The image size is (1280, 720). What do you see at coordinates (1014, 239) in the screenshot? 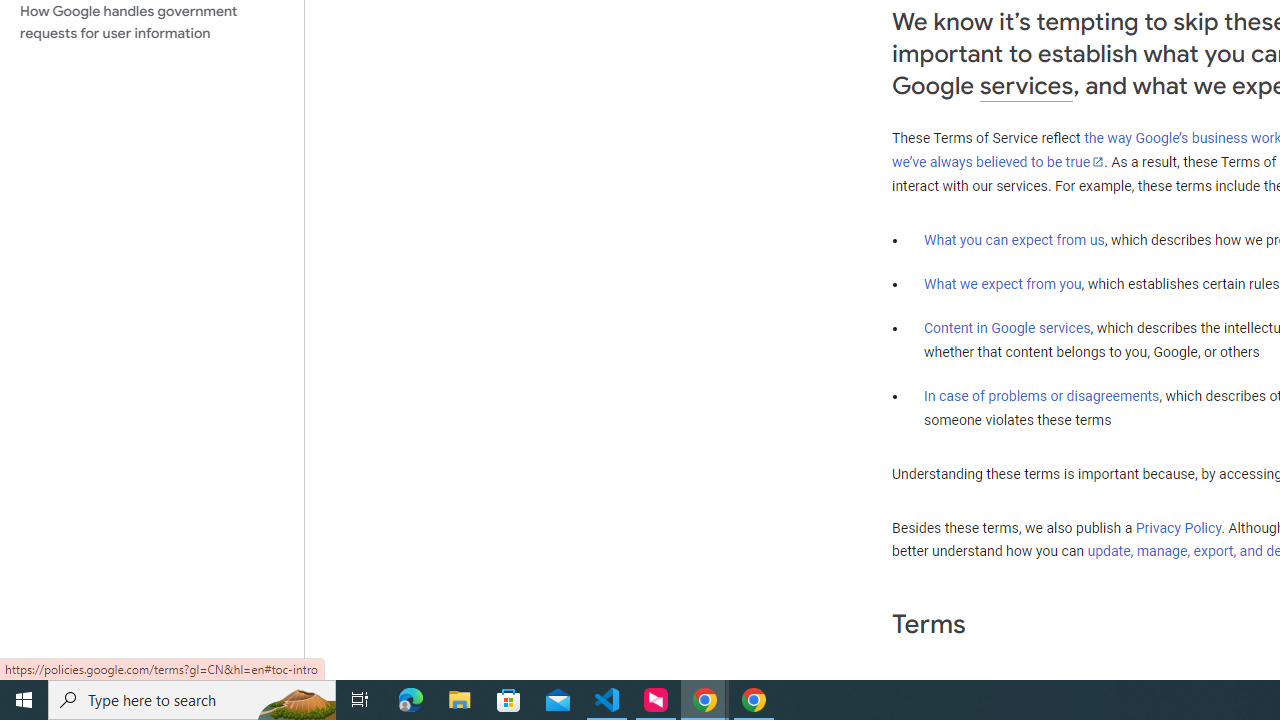
I see `'What you can expect from us'` at bounding box center [1014, 239].